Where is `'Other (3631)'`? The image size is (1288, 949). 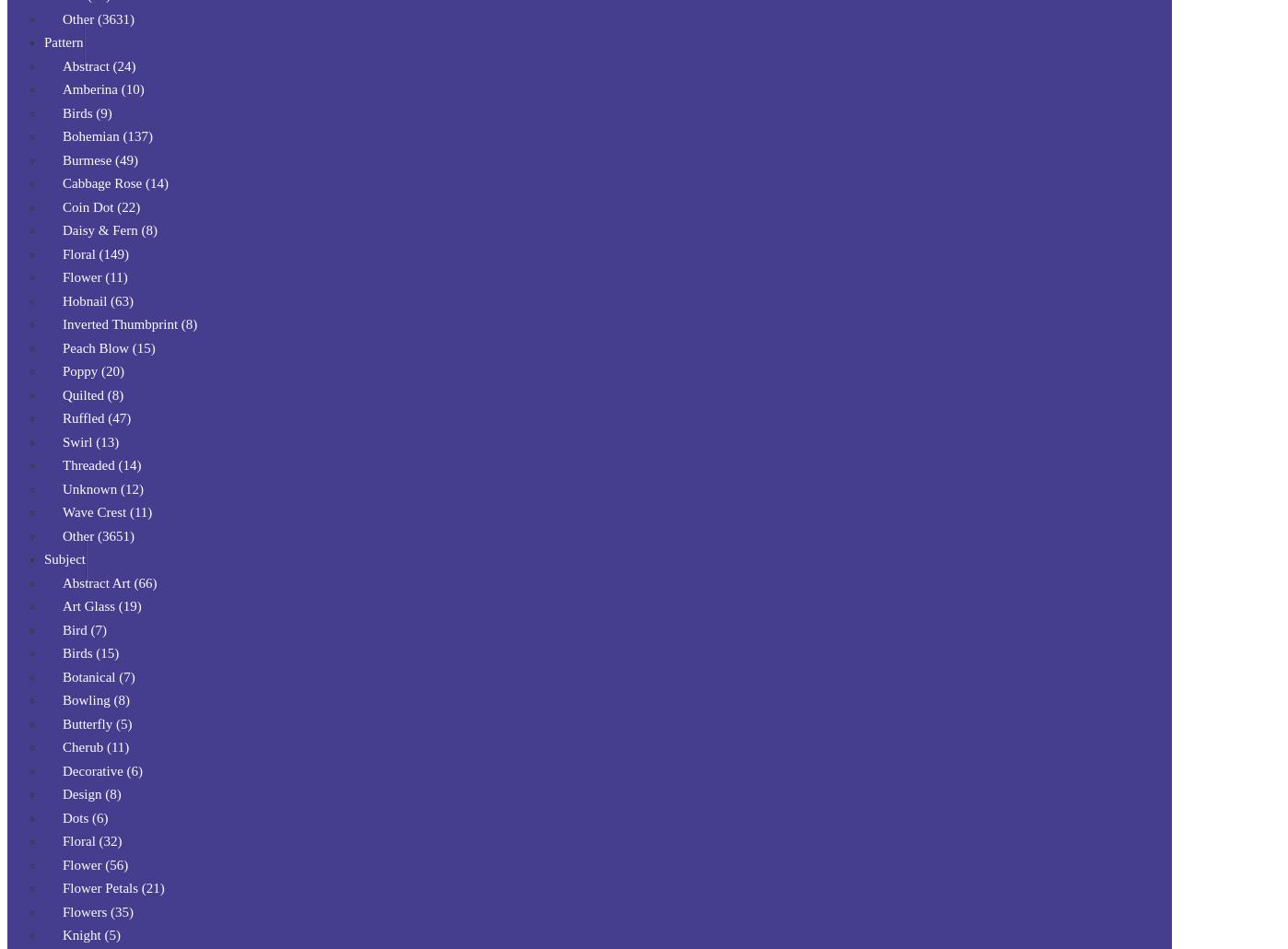 'Other (3631)' is located at coordinates (62, 18).